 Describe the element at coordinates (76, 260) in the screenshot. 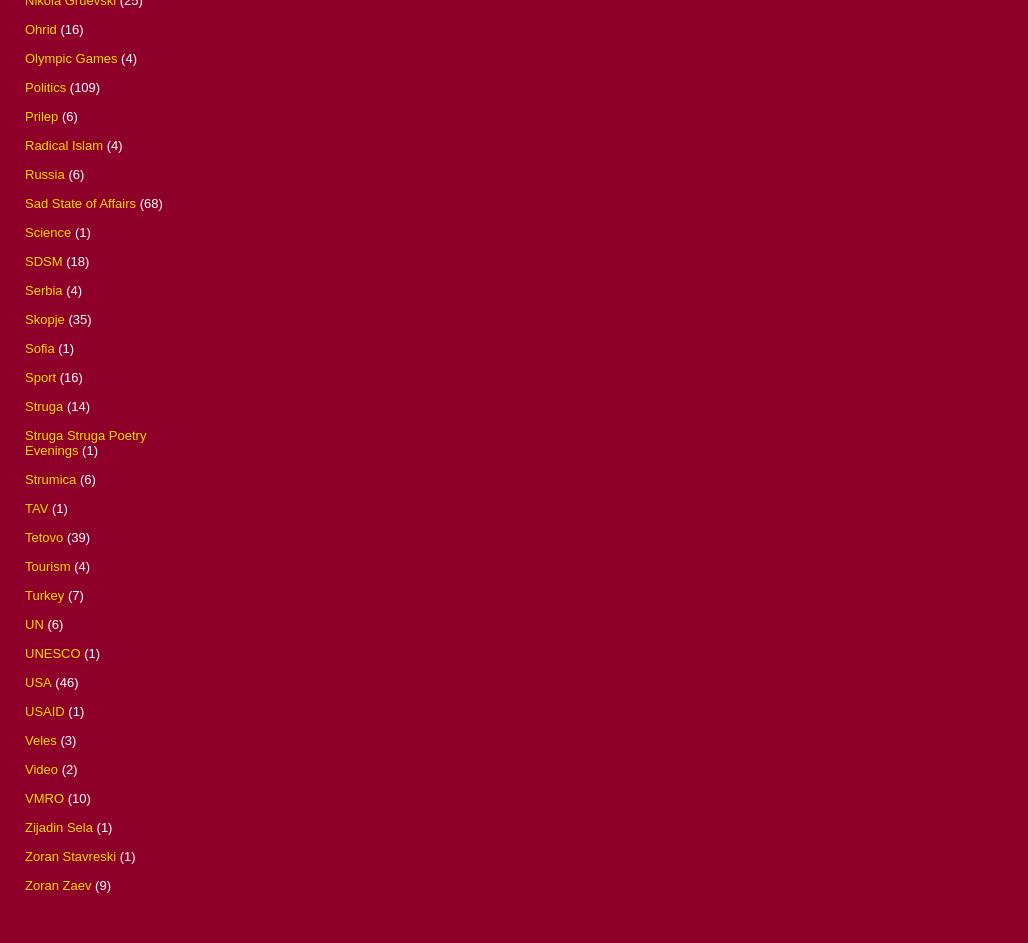

I see `'(18)'` at that location.